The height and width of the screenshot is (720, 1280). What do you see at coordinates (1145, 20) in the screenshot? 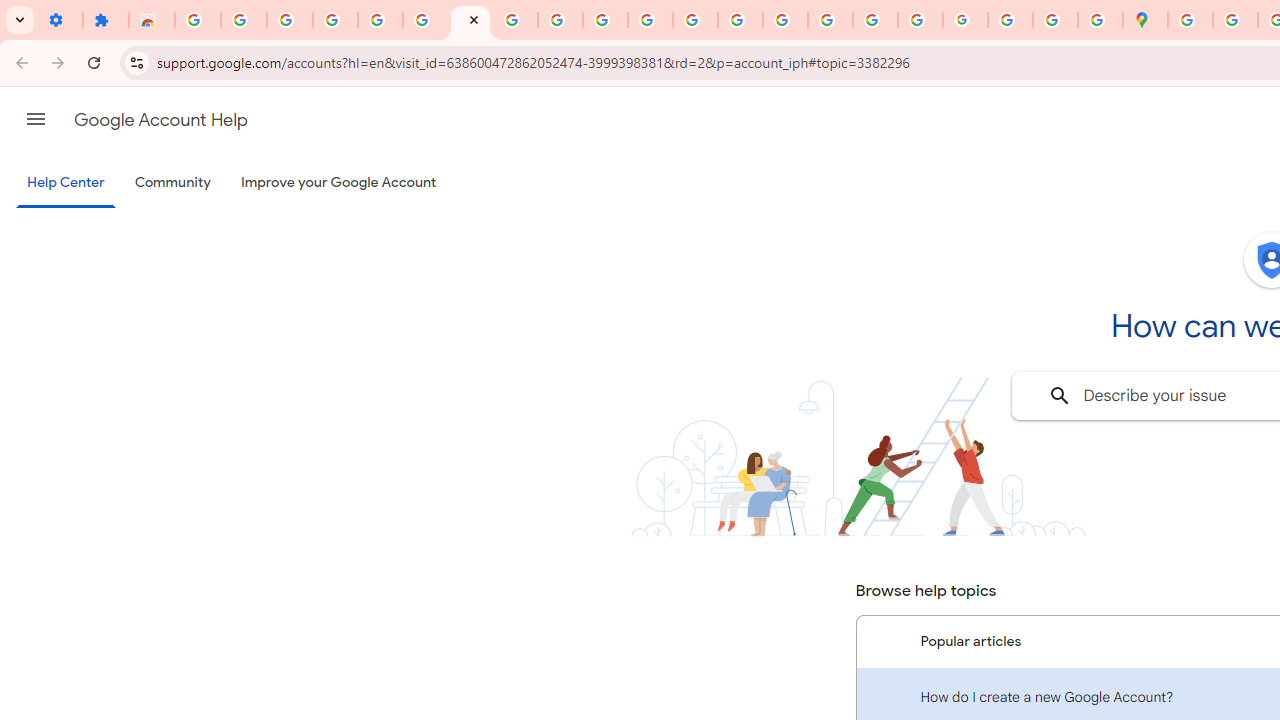
I see `'Google Maps'` at bounding box center [1145, 20].